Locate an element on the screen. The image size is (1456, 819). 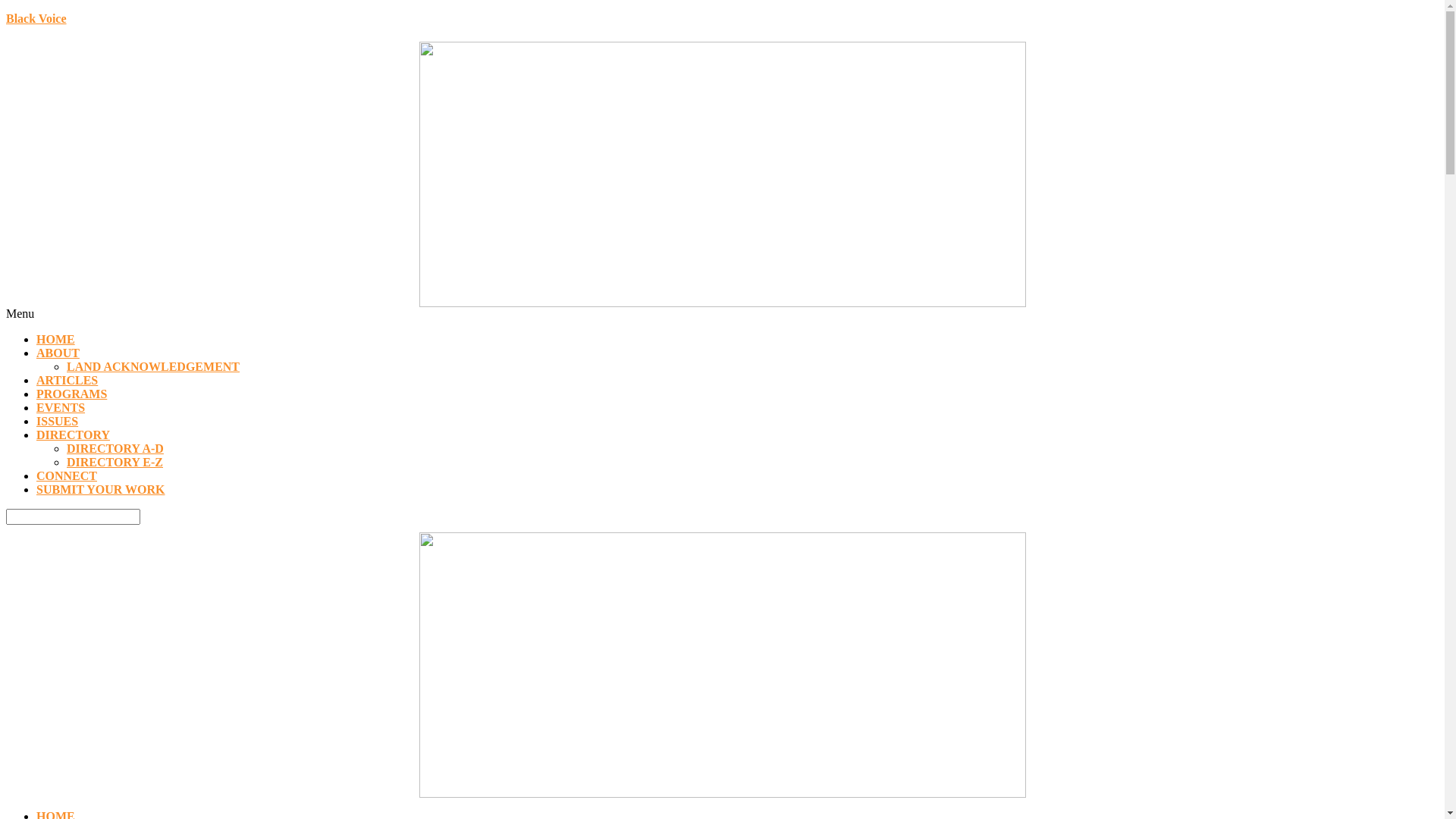
'ABOUT' is located at coordinates (58, 353).